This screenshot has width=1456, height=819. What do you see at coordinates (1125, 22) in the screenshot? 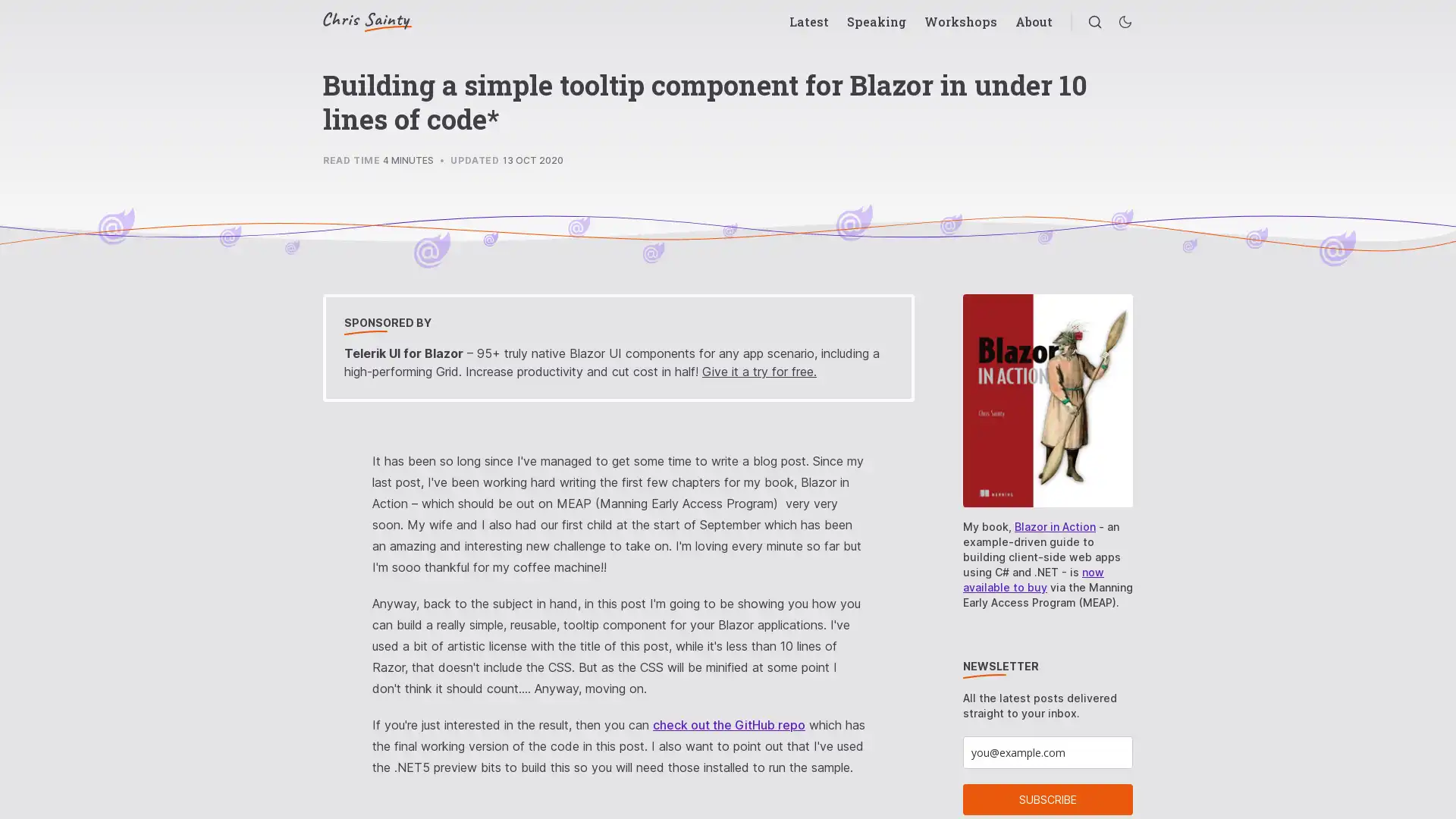
I see `Enable dark mode` at bounding box center [1125, 22].